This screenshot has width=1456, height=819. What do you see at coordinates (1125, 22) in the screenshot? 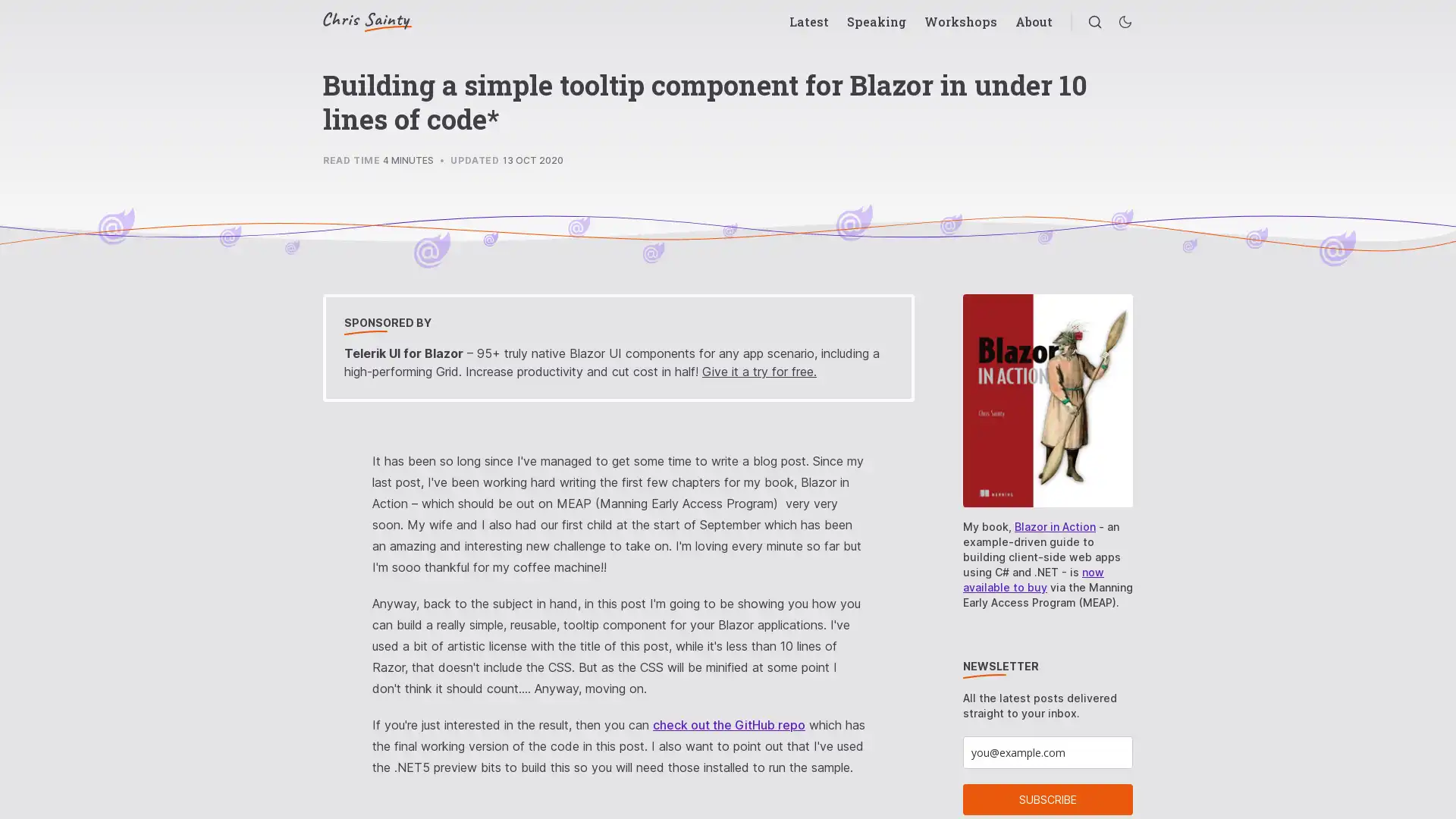
I see `Enable dark mode` at bounding box center [1125, 22].